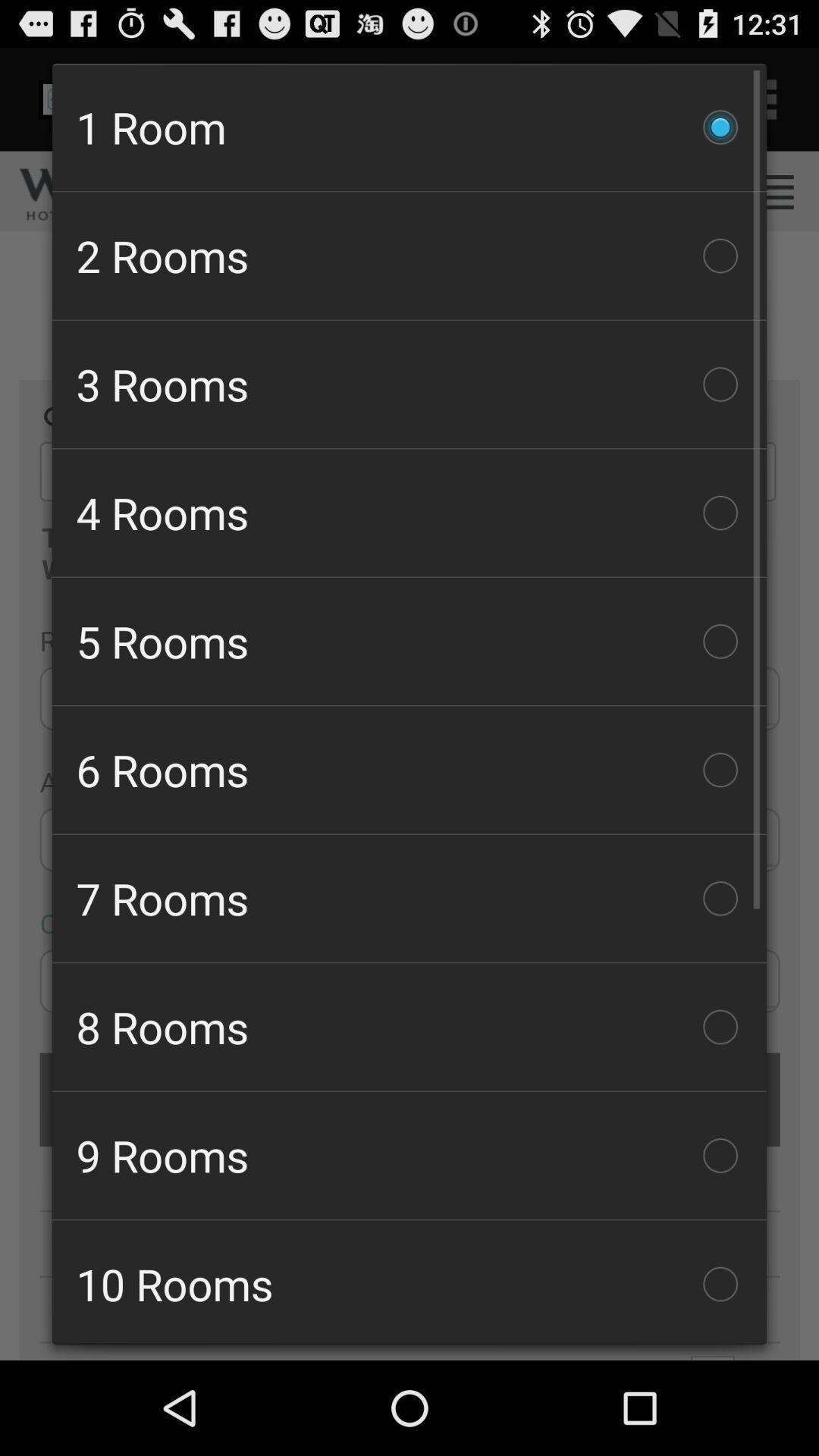 The height and width of the screenshot is (1456, 819). Describe the element at coordinates (409, 899) in the screenshot. I see `checkbox above 8 rooms` at that location.